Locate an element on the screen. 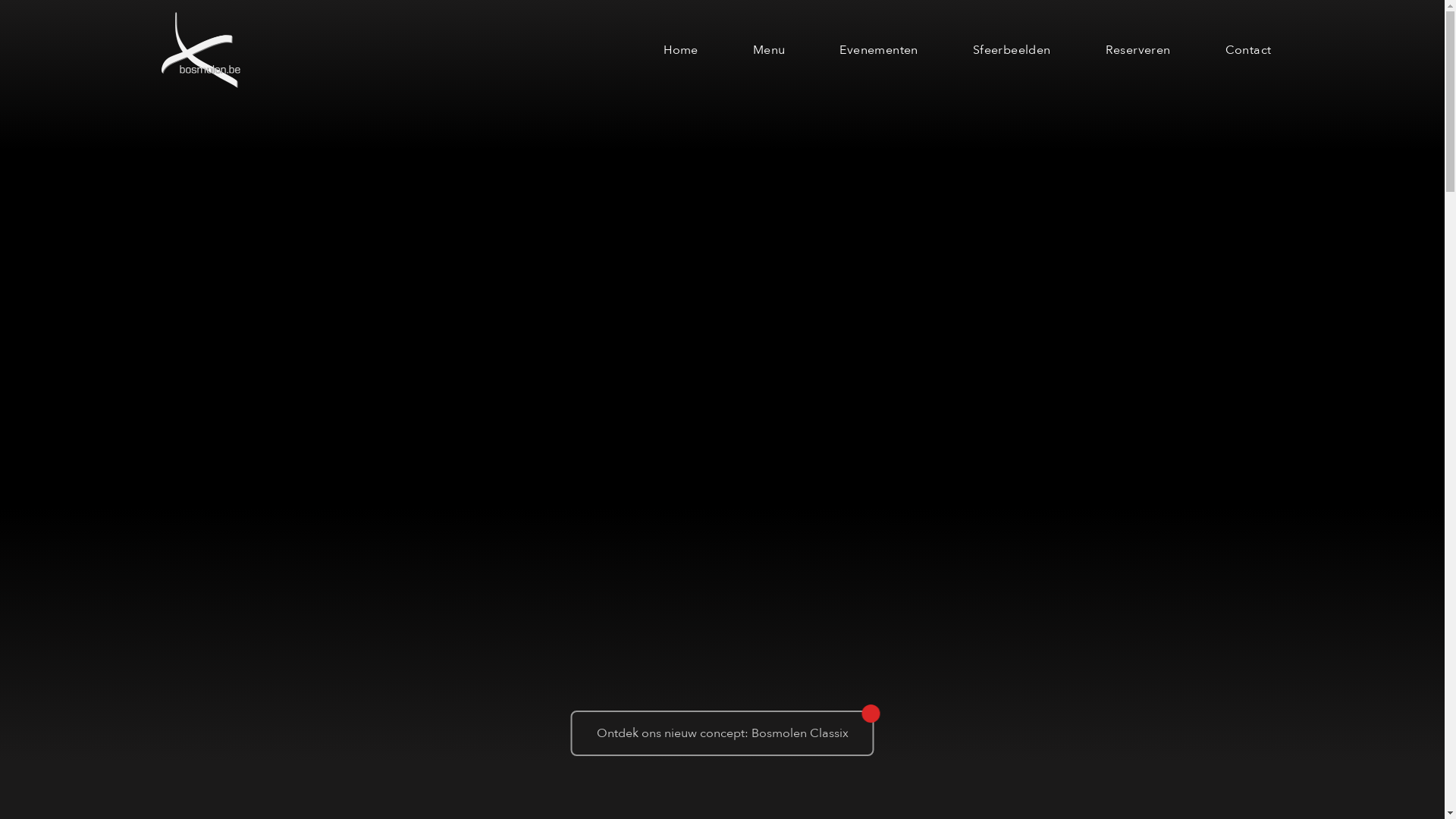 The width and height of the screenshot is (1456, 819). 'Ontdek ons nieuw concept: Bosmolen Classix' is located at coordinates (720, 733).